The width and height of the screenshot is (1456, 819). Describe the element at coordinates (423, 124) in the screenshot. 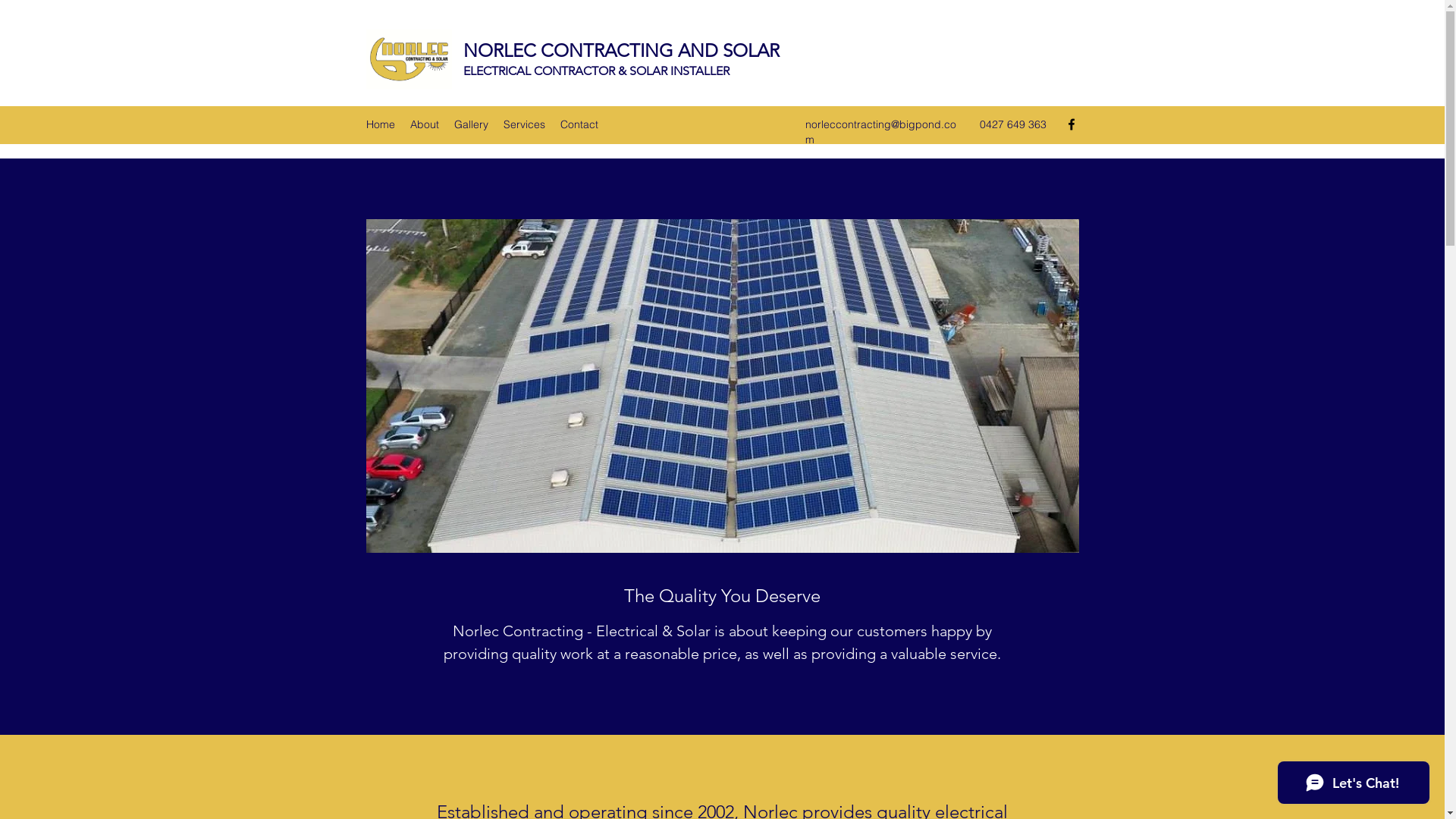

I see `'About'` at that location.